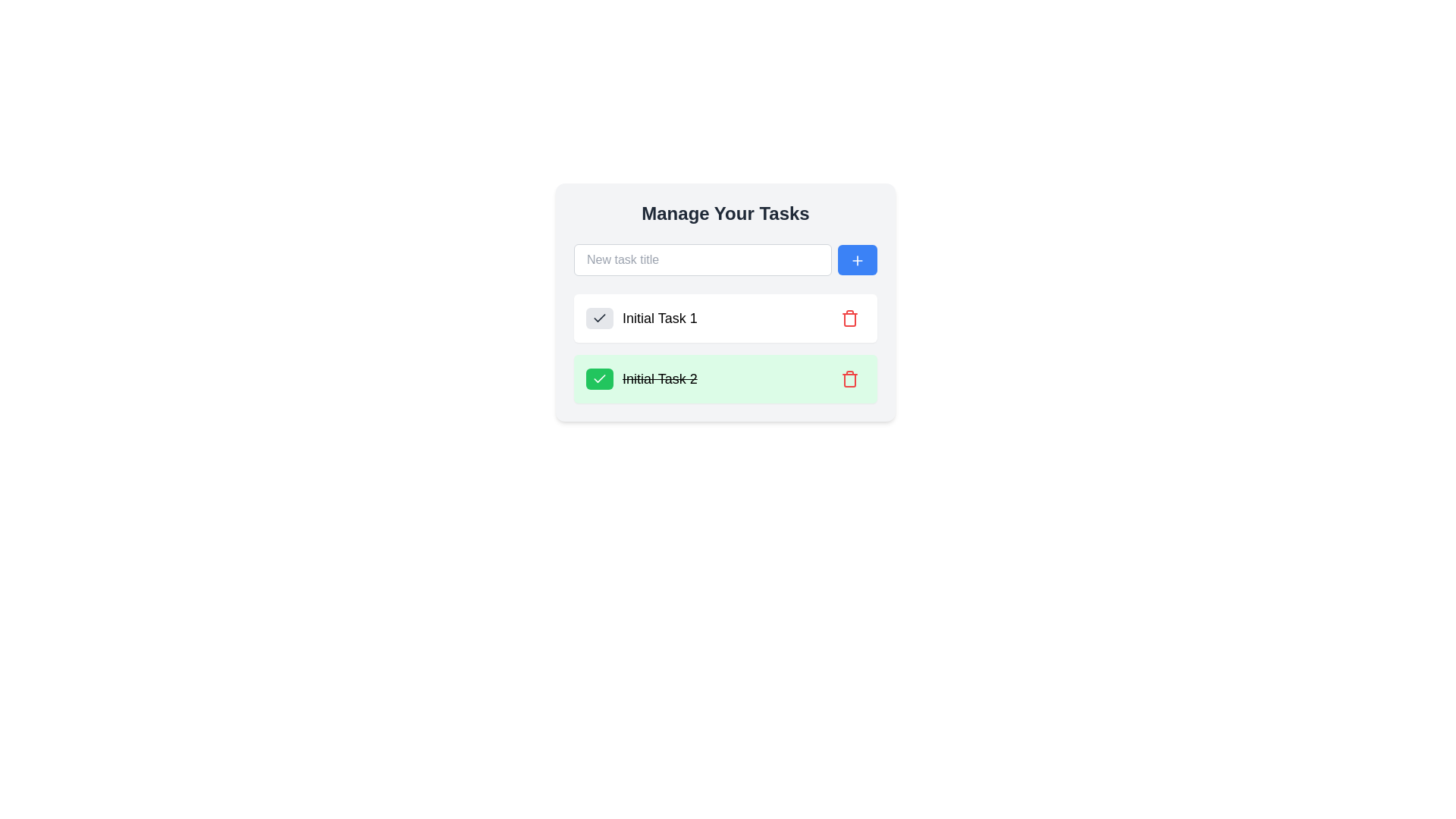 The height and width of the screenshot is (819, 1456). What do you see at coordinates (858, 259) in the screenshot?
I see `the blue rectangular button with a white plus icon, located to the right of the 'New task title' input field` at bounding box center [858, 259].